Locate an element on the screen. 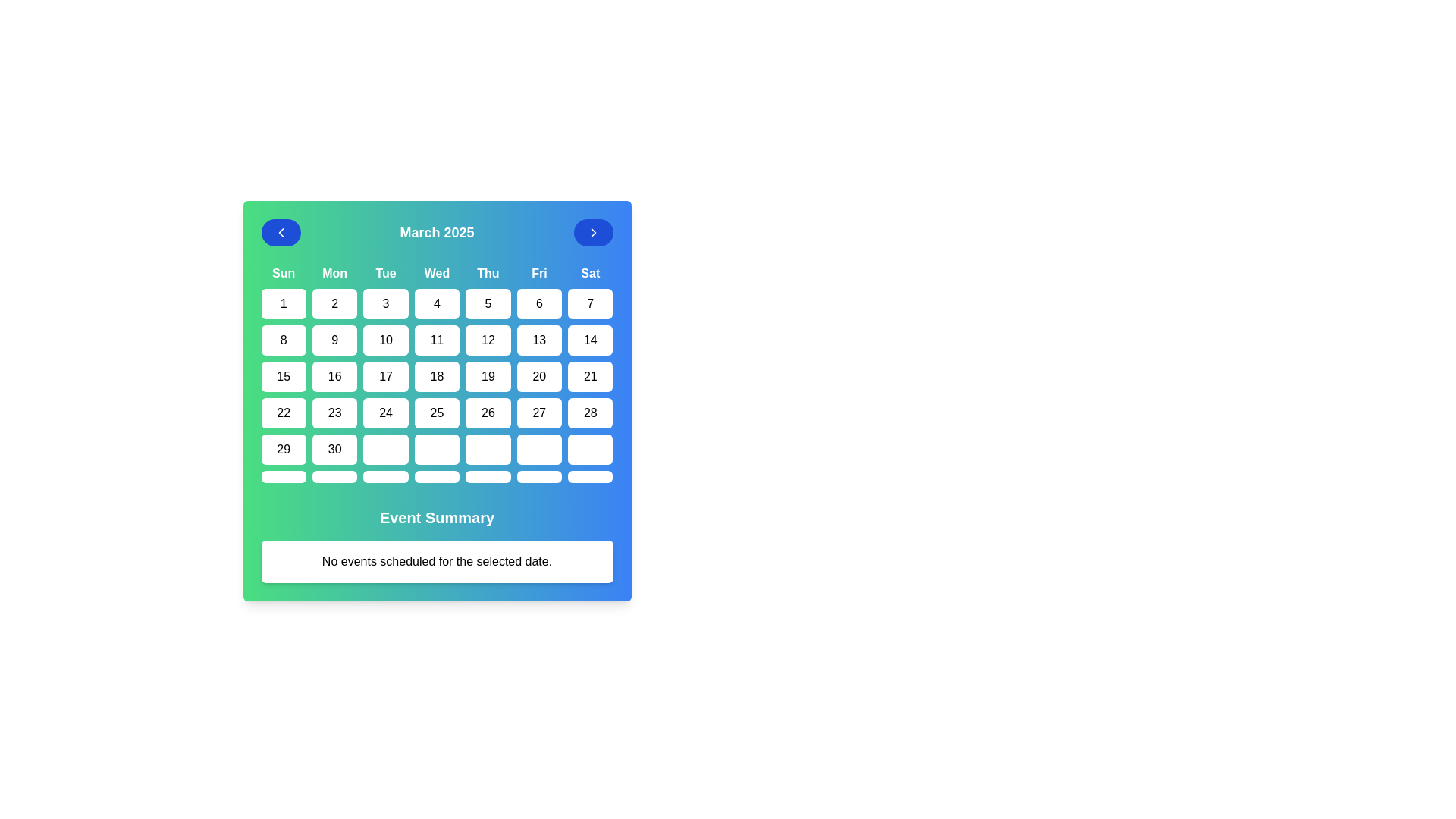 The width and height of the screenshot is (1456, 819). the button representing the date '16' in the calendar is located at coordinates (334, 376).